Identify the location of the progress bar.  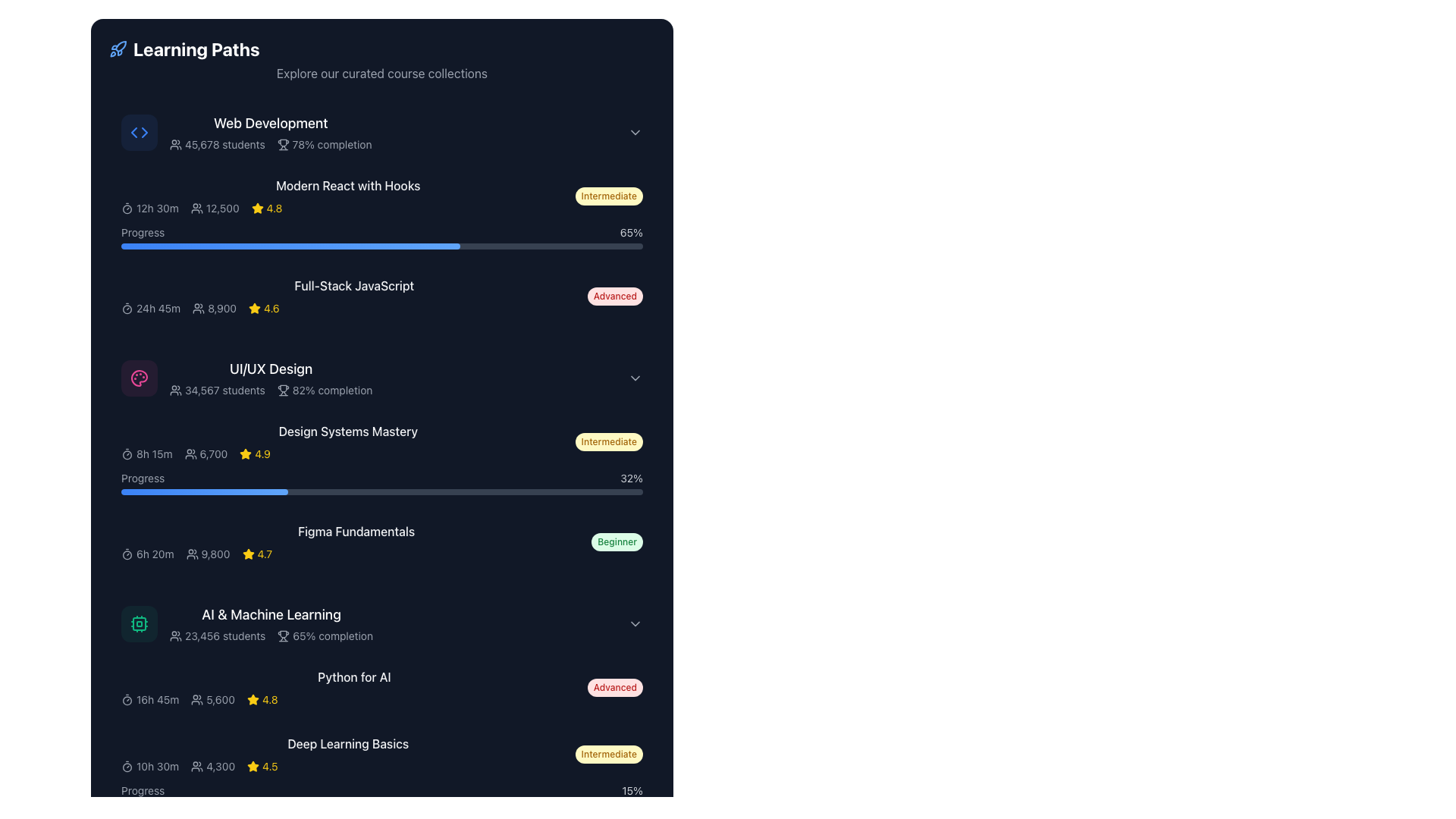
(424, 245).